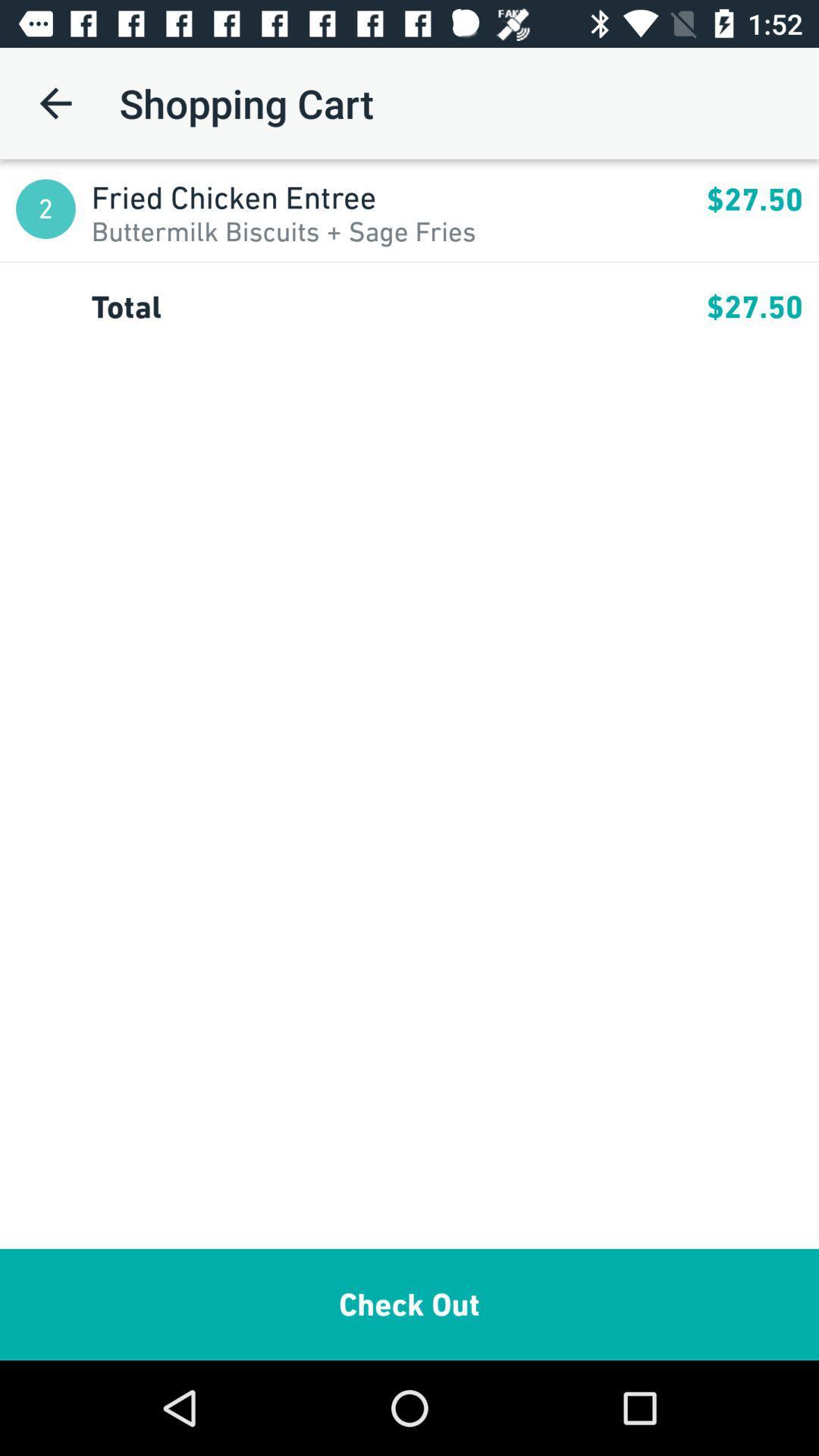  I want to click on item above 2 item, so click(55, 102).